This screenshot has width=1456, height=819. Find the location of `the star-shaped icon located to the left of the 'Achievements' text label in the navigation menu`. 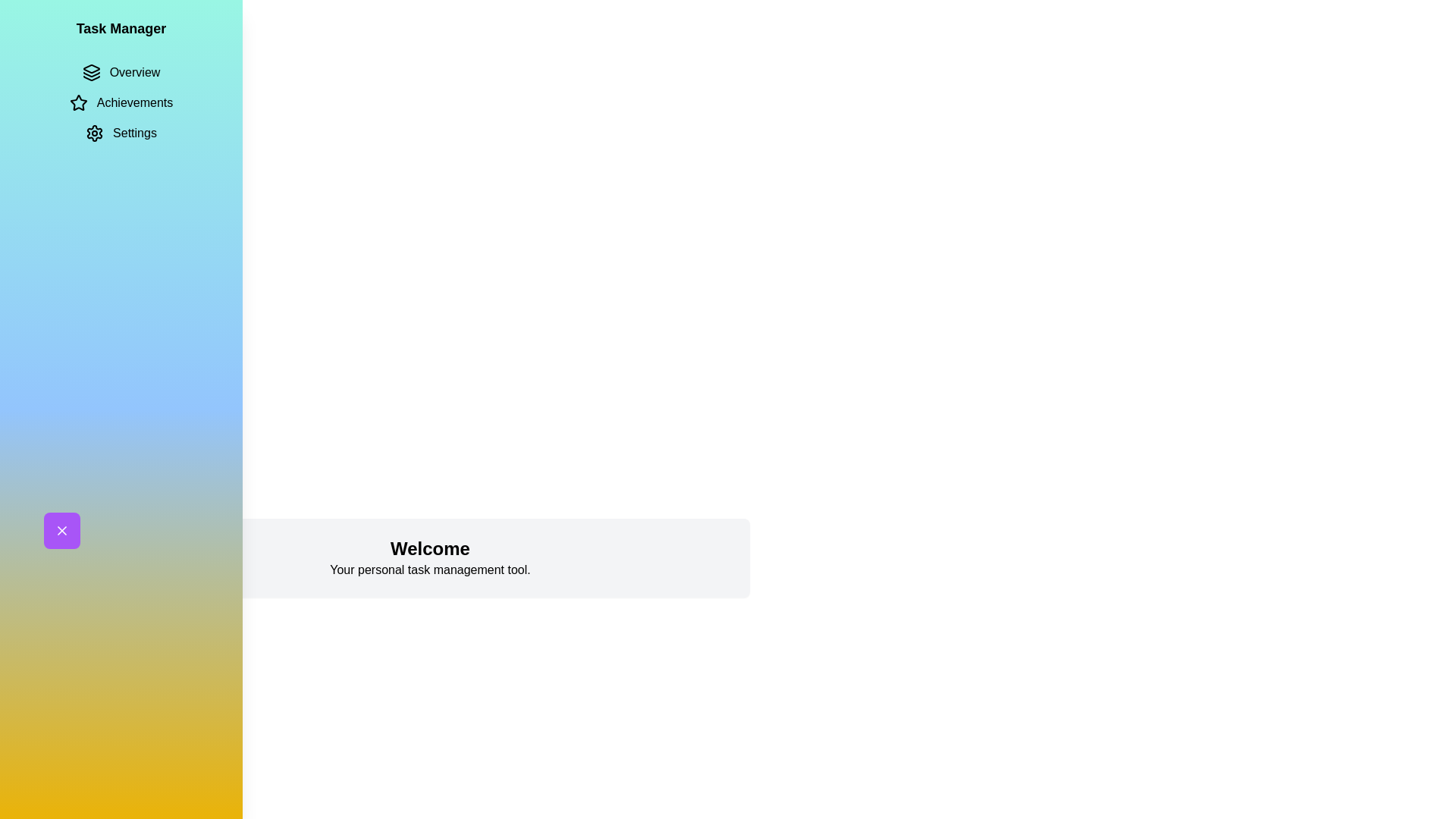

the star-shaped icon located to the left of the 'Achievements' text label in the navigation menu is located at coordinates (77, 102).